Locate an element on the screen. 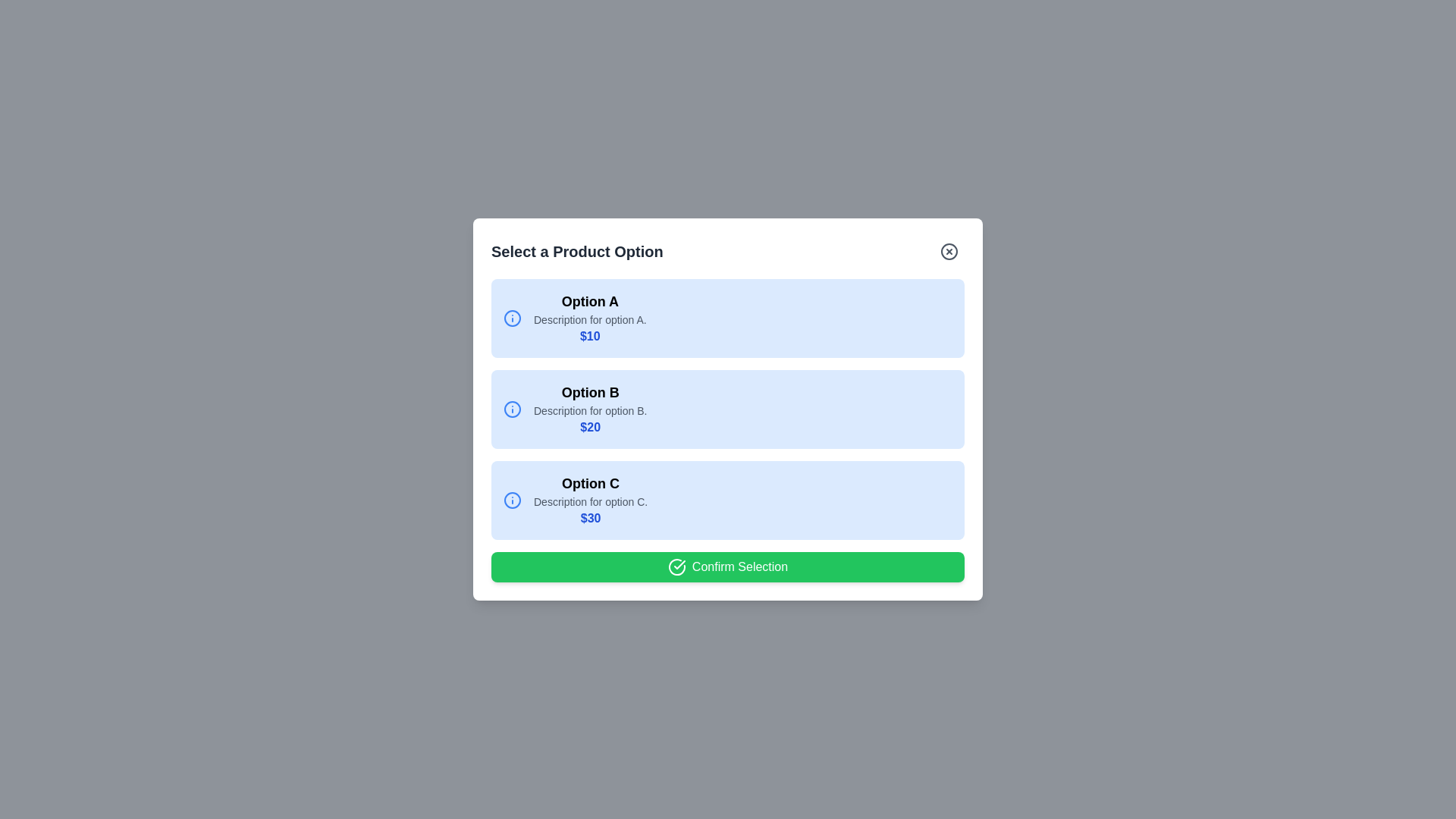  the option Option B to select it is located at coordinates (728, 409).